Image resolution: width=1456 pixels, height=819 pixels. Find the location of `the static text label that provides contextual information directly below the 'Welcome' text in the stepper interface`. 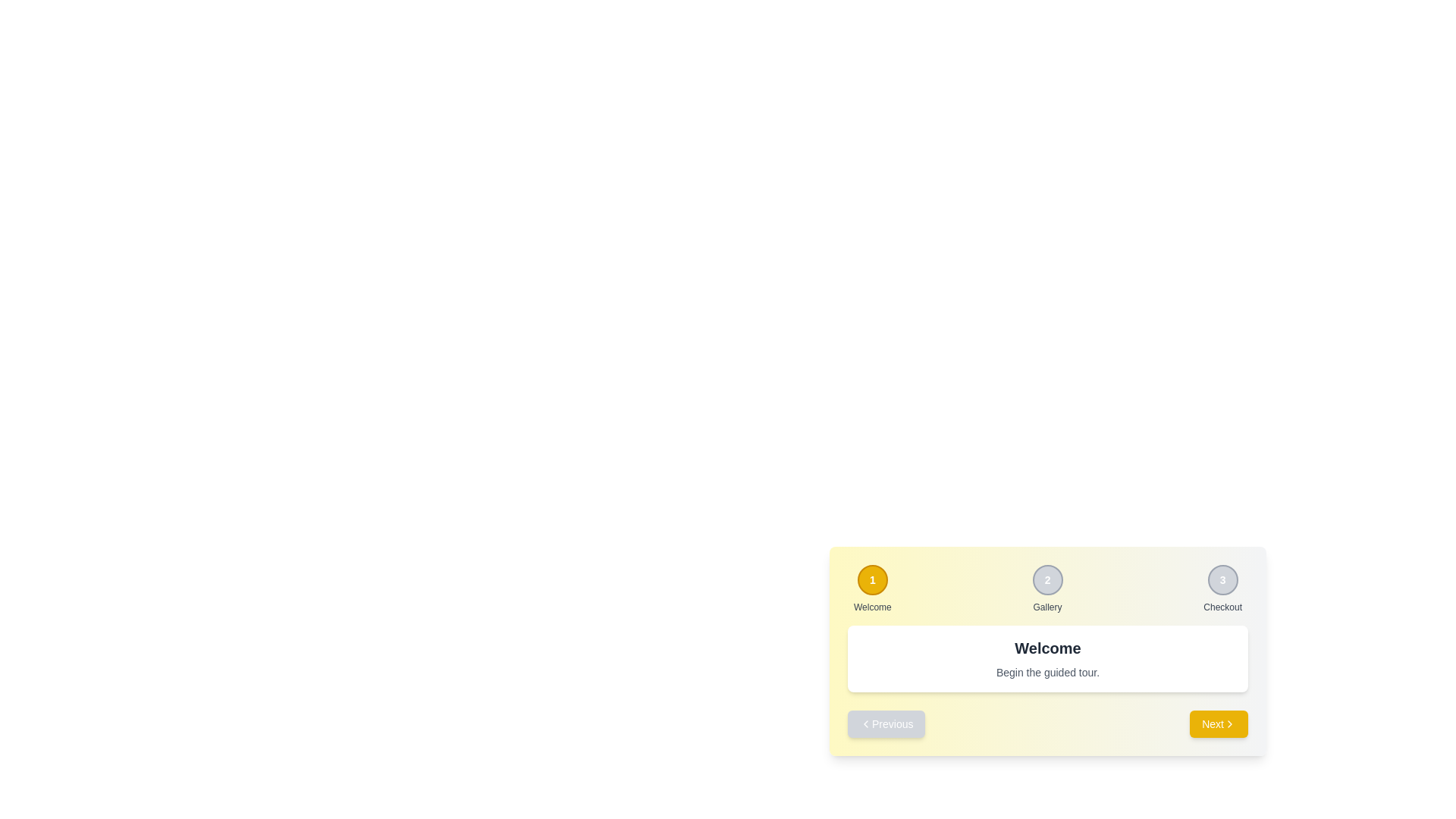

the static text label that provides contextual information directly below the 'Welcome' text in the stepper interface is located at coordinates (1047, 672).